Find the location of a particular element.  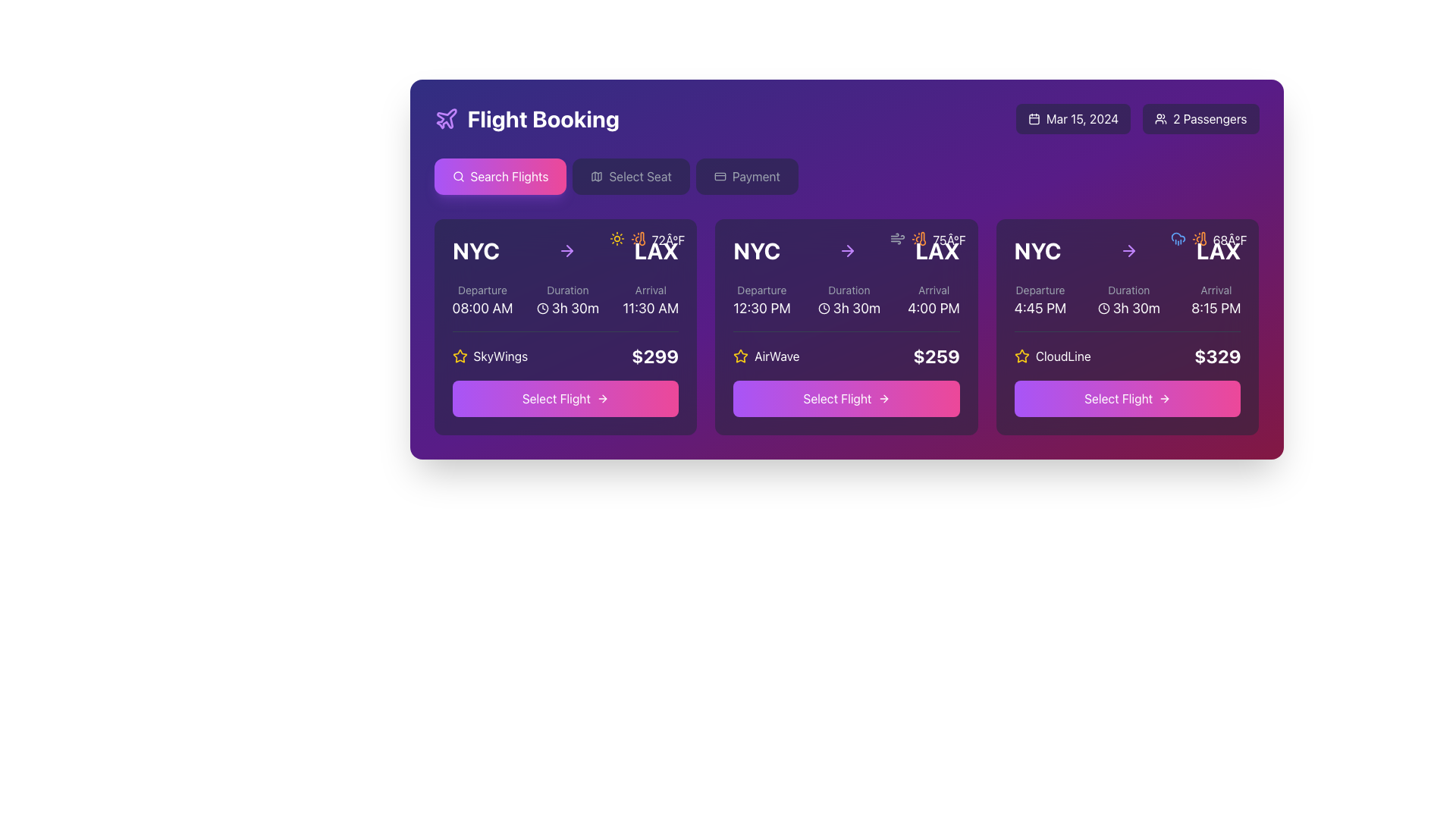

the text displaying '4:00 PM' in large white font on a purple background, which is part of a flight booking card and positioned under the label 'Arrival' is located at coordinates (933, 308).